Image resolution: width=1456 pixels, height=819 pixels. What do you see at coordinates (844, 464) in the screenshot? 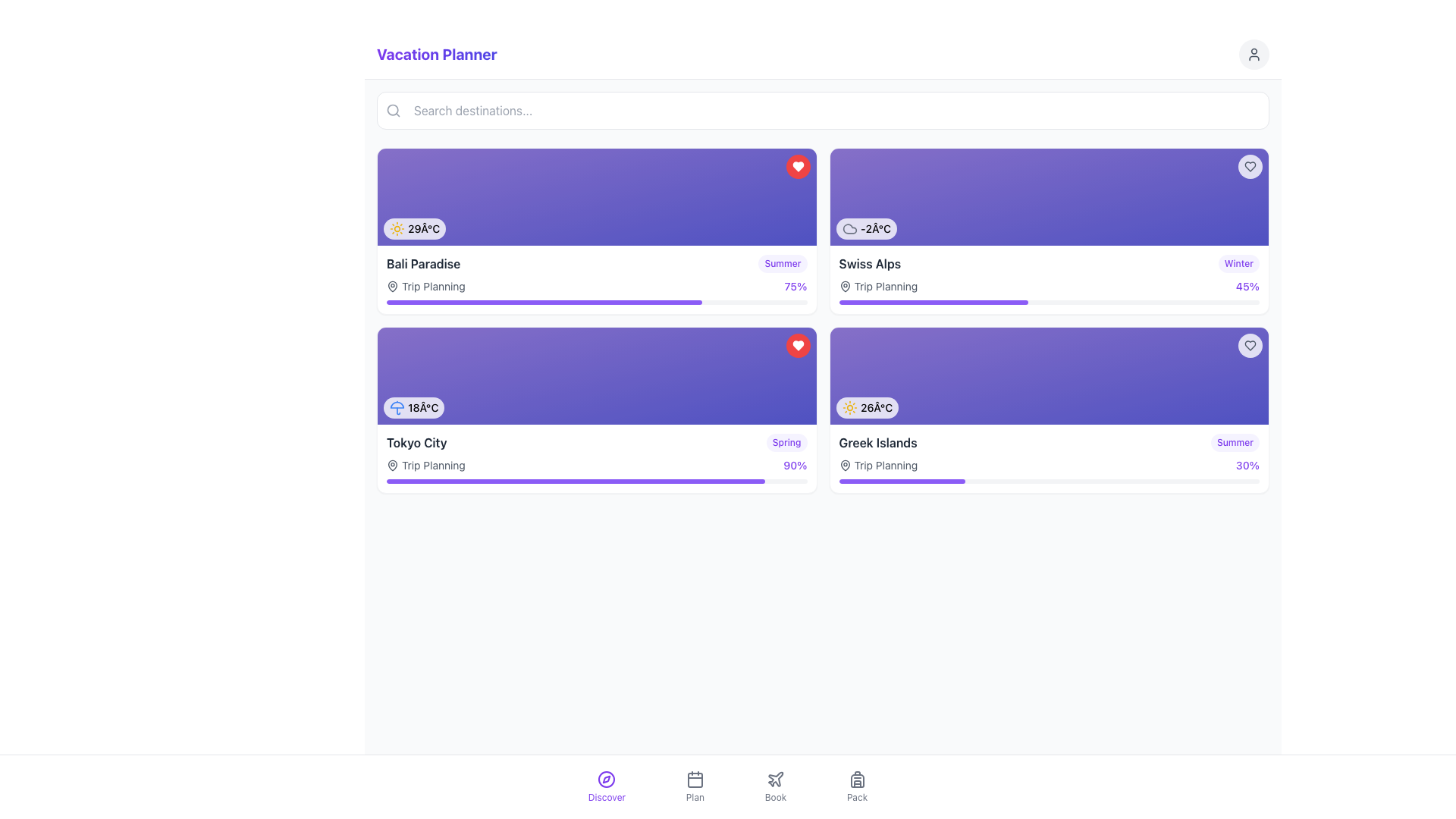
I see `the pin icon representing a map pin, which is styled gray and appears before the text 'Trip Planning' in the 'Tokyo City' card` at bounding box center [844, 464].